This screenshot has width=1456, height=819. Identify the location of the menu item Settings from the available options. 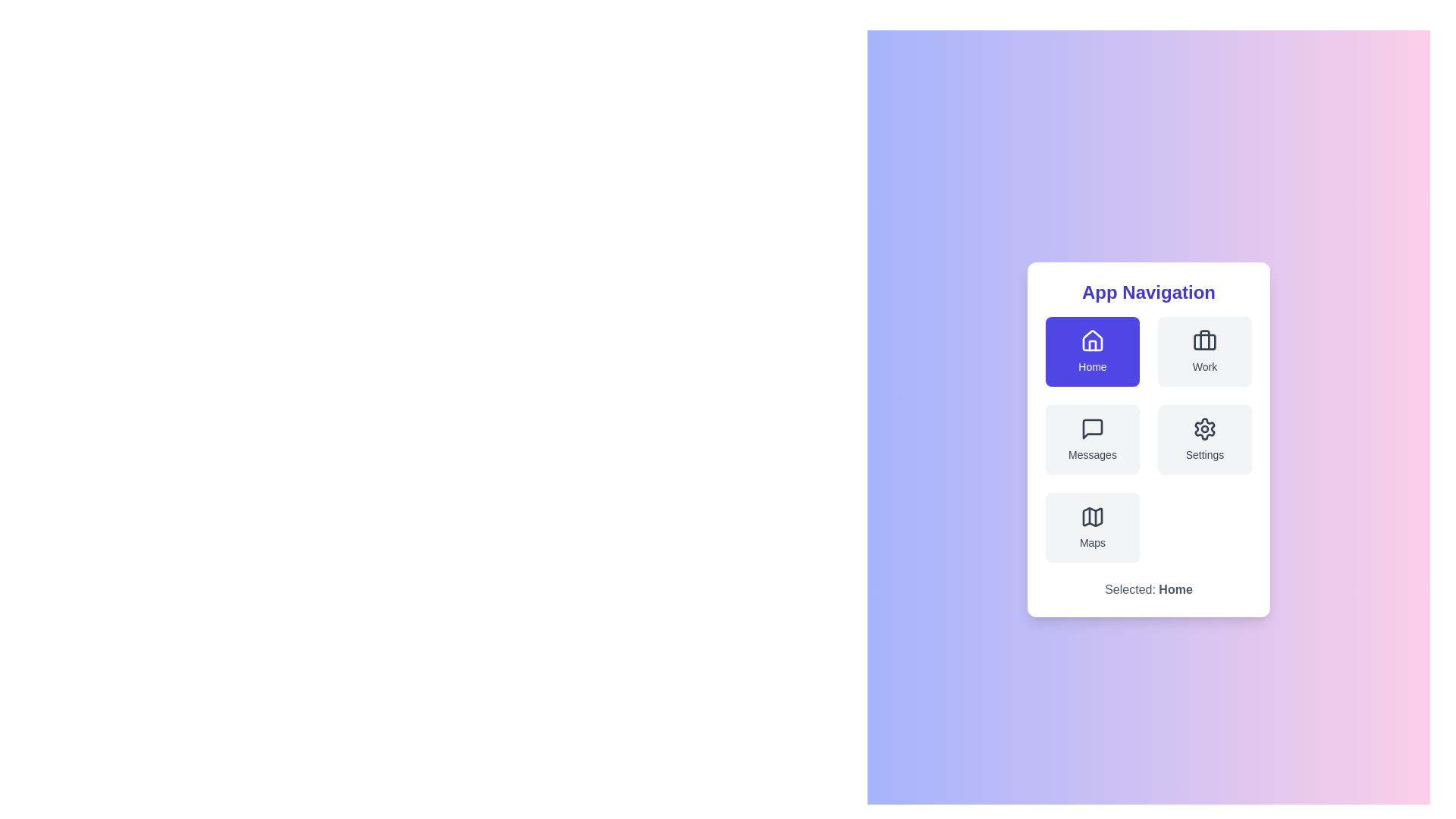
(1203, 439).